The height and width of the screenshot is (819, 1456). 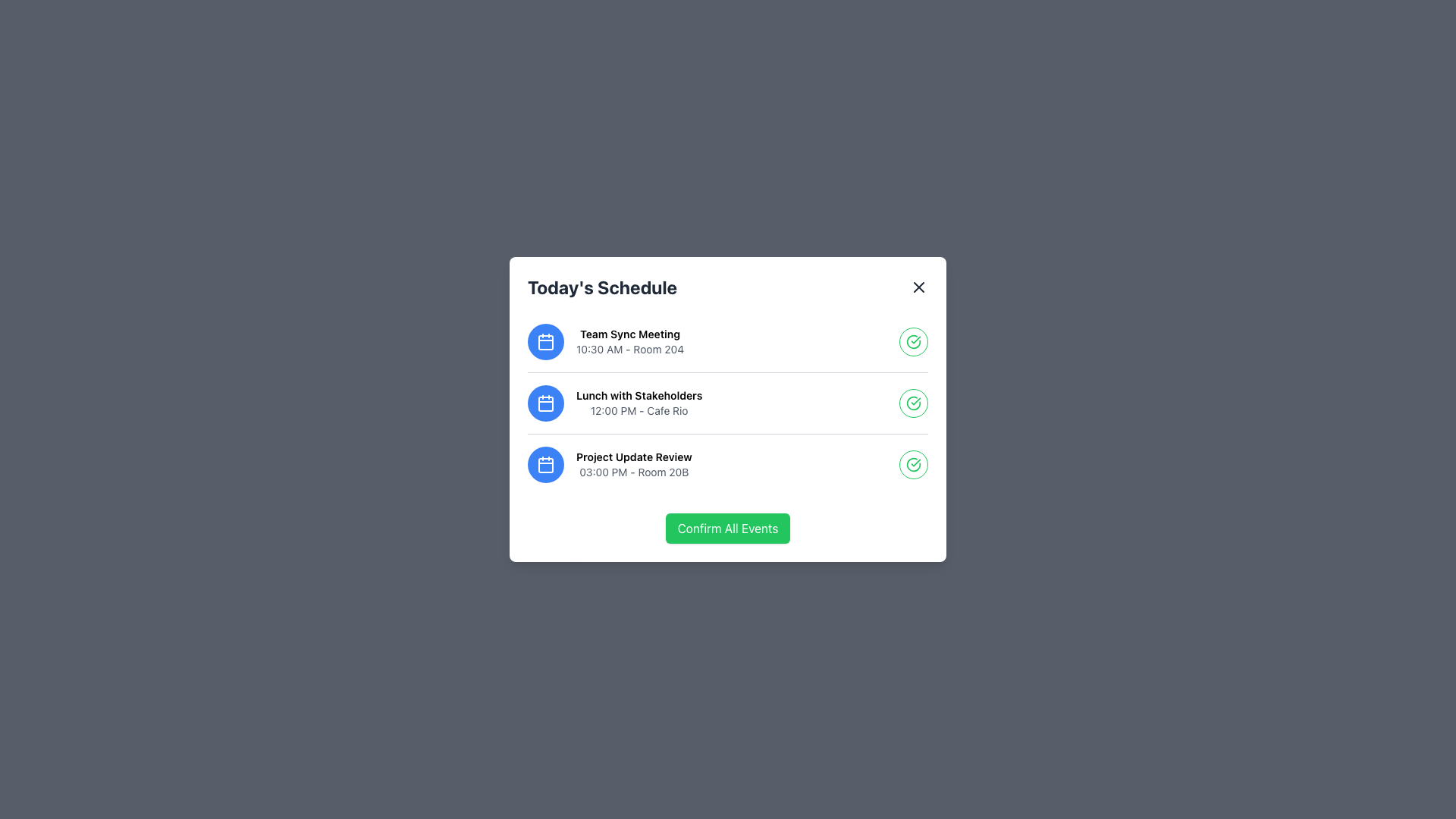 I want to click on the confirm button located at the bottom center of the 'Today's Schedule' modal to finalize all listed events, so click(x=728, y=528).